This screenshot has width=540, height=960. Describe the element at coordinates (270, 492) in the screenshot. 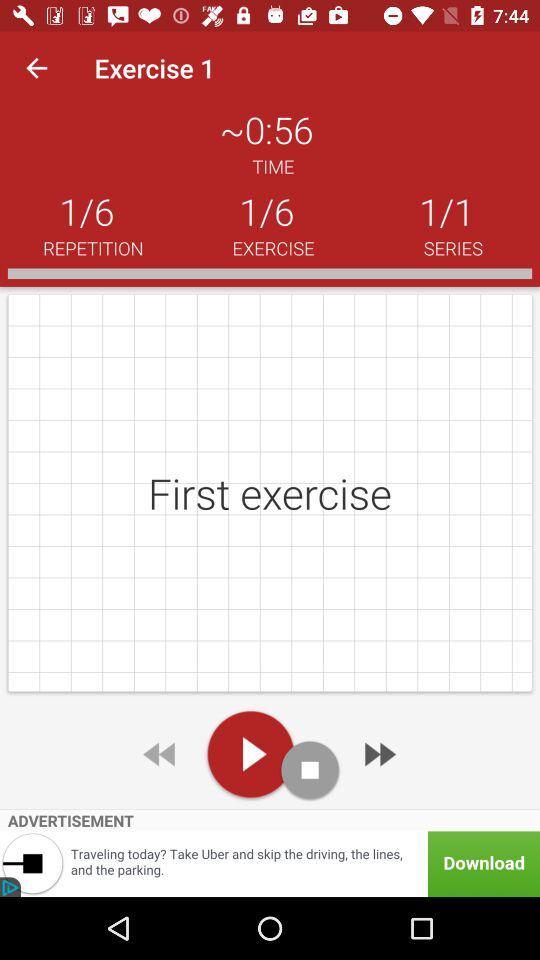

I see `a image with a text first exercise on page` at that location.